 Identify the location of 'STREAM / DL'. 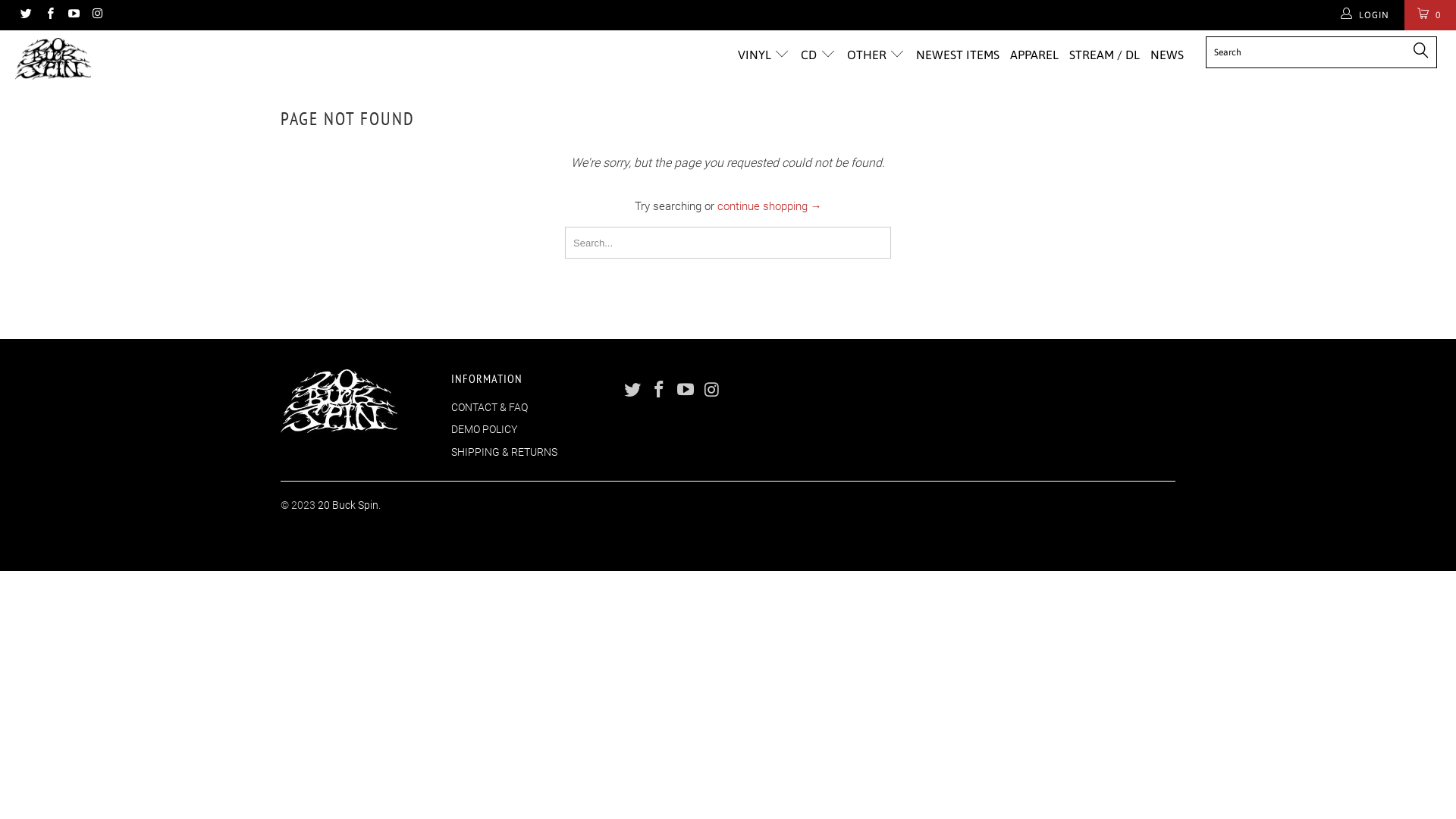
(1104, 54).